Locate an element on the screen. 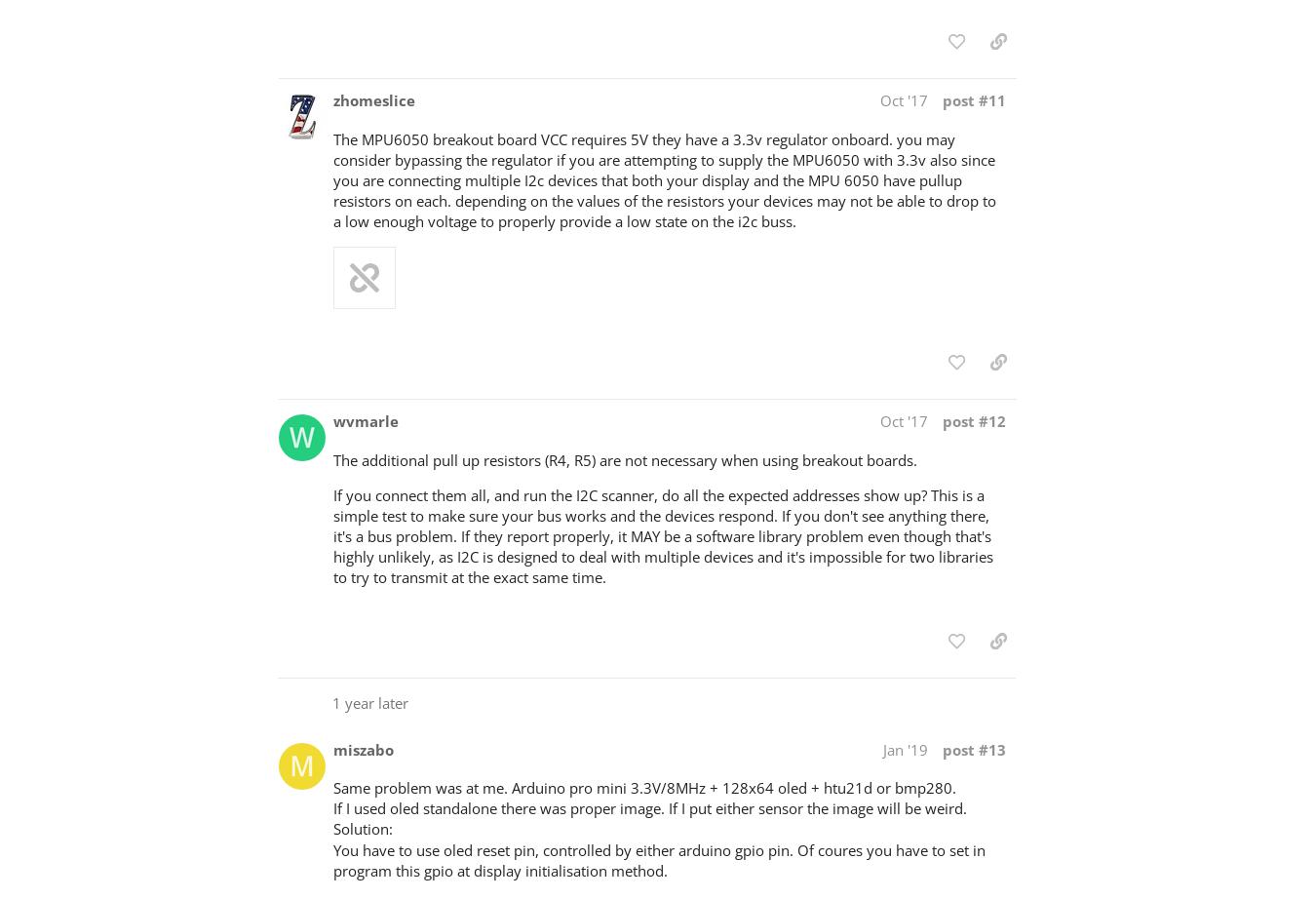 The image size is (1316, 899). 'miszabo' is located at coordinates (364, 748).